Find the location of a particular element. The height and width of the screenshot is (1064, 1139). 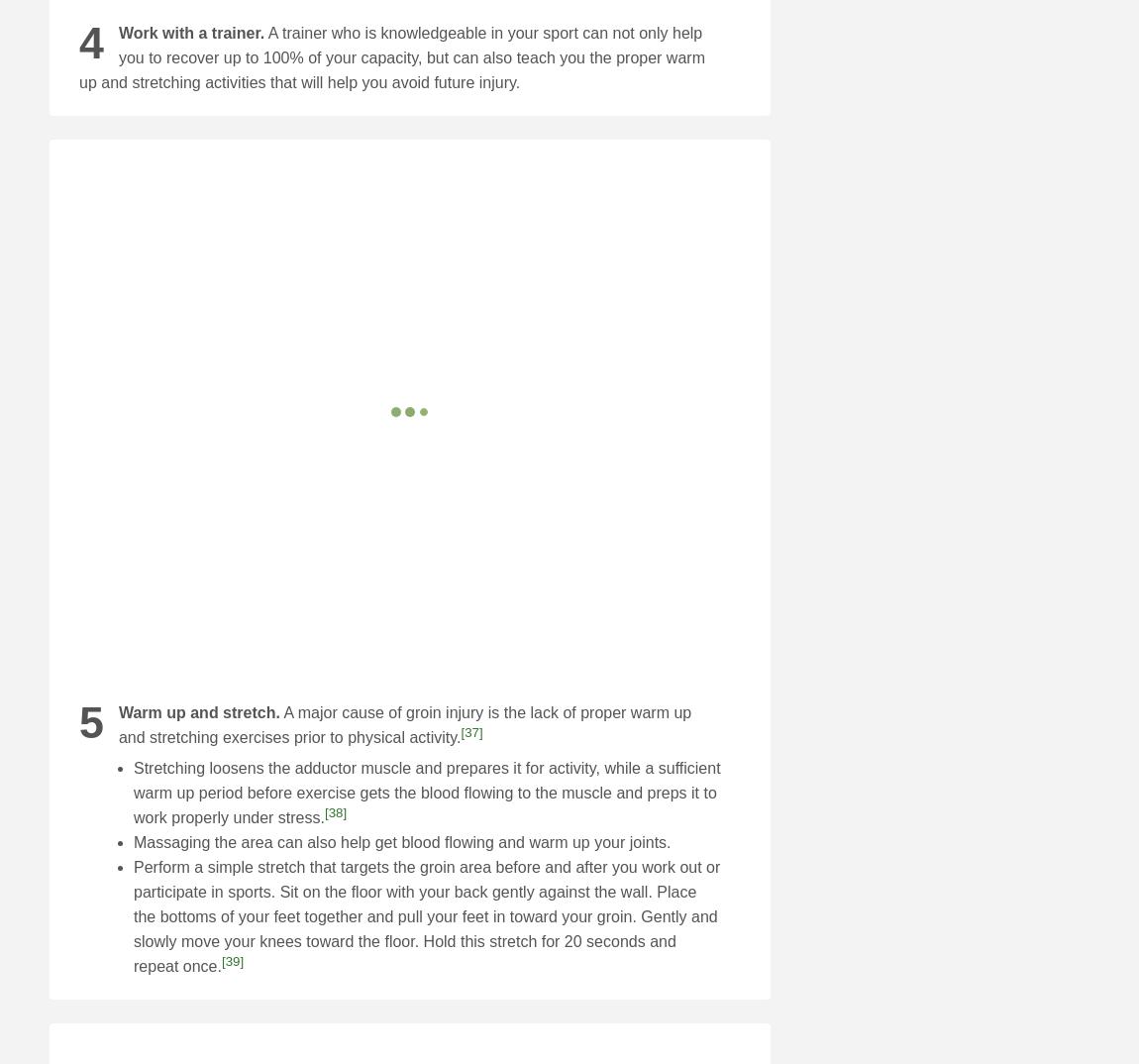

'Stretching loosens the adductor muscle and prepares it for activity, while a sufficient warm up period before exercise gets the blood flowing to the muscle and preps it to work properly under stress.' is located at coordinates (427, 792).